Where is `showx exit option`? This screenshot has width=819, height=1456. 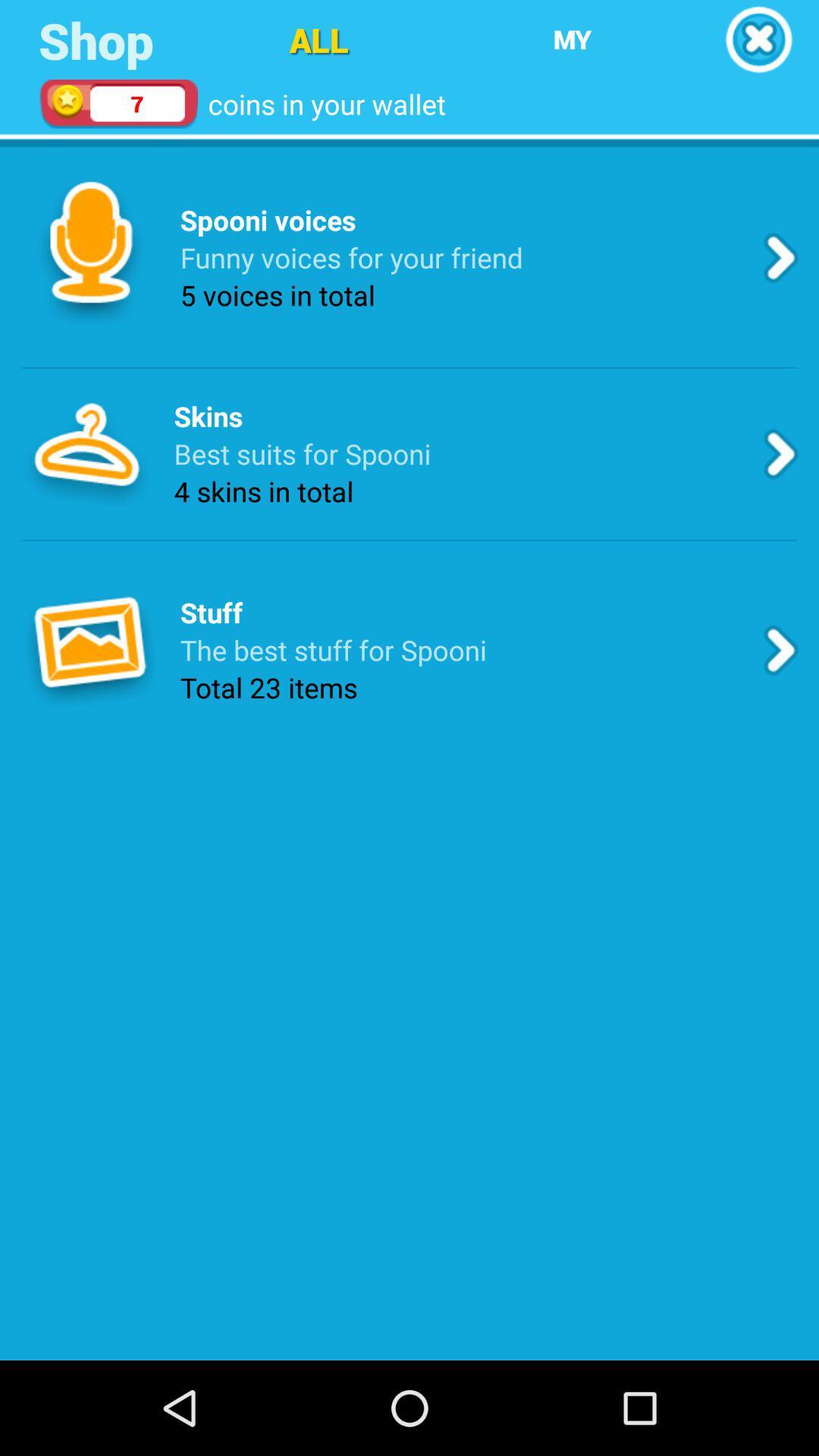
showx exit option is located at coordinates (758, 39).